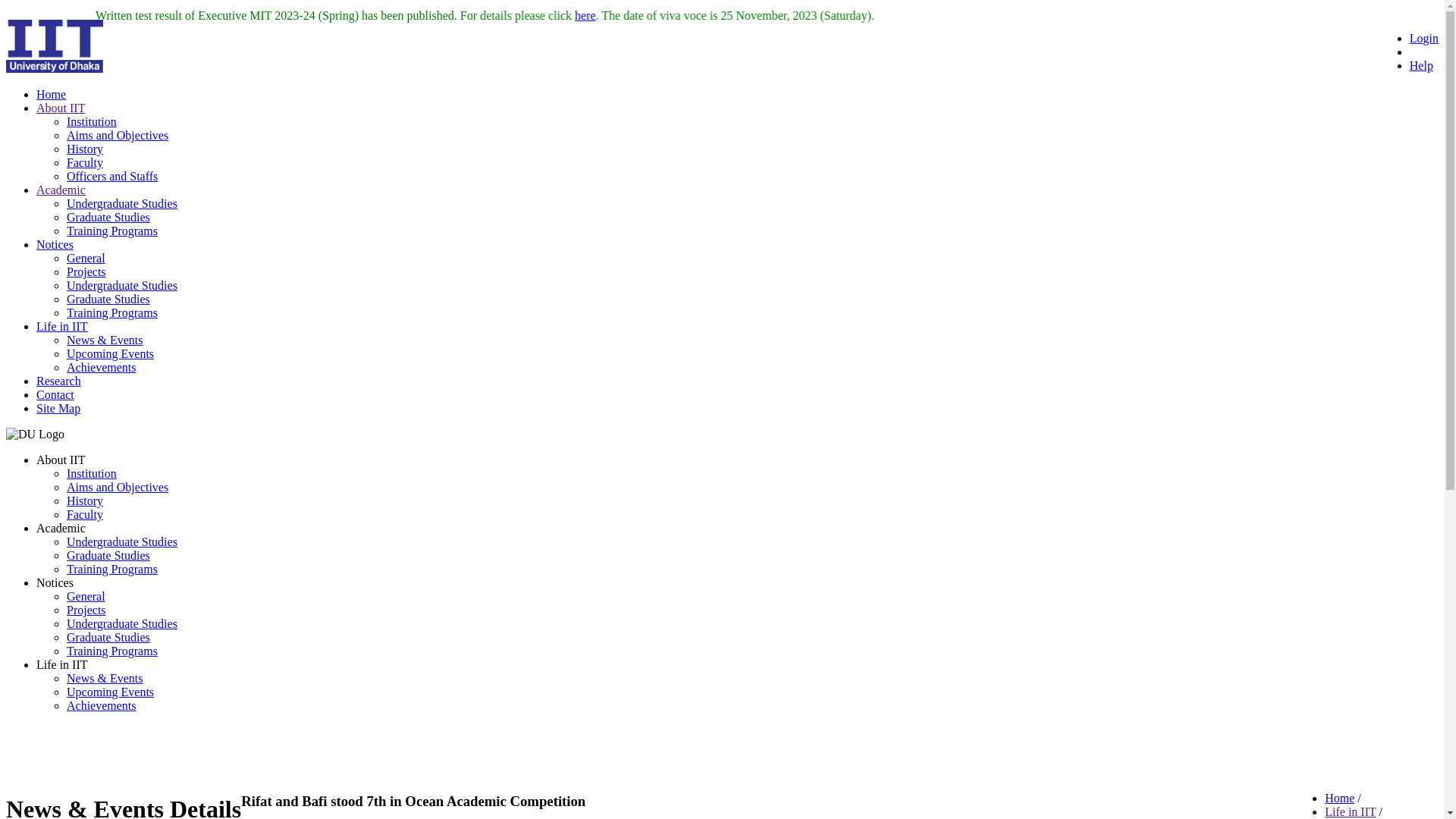 The image size is (1456, 819). I want to click on 'Research', so click(58, 380).